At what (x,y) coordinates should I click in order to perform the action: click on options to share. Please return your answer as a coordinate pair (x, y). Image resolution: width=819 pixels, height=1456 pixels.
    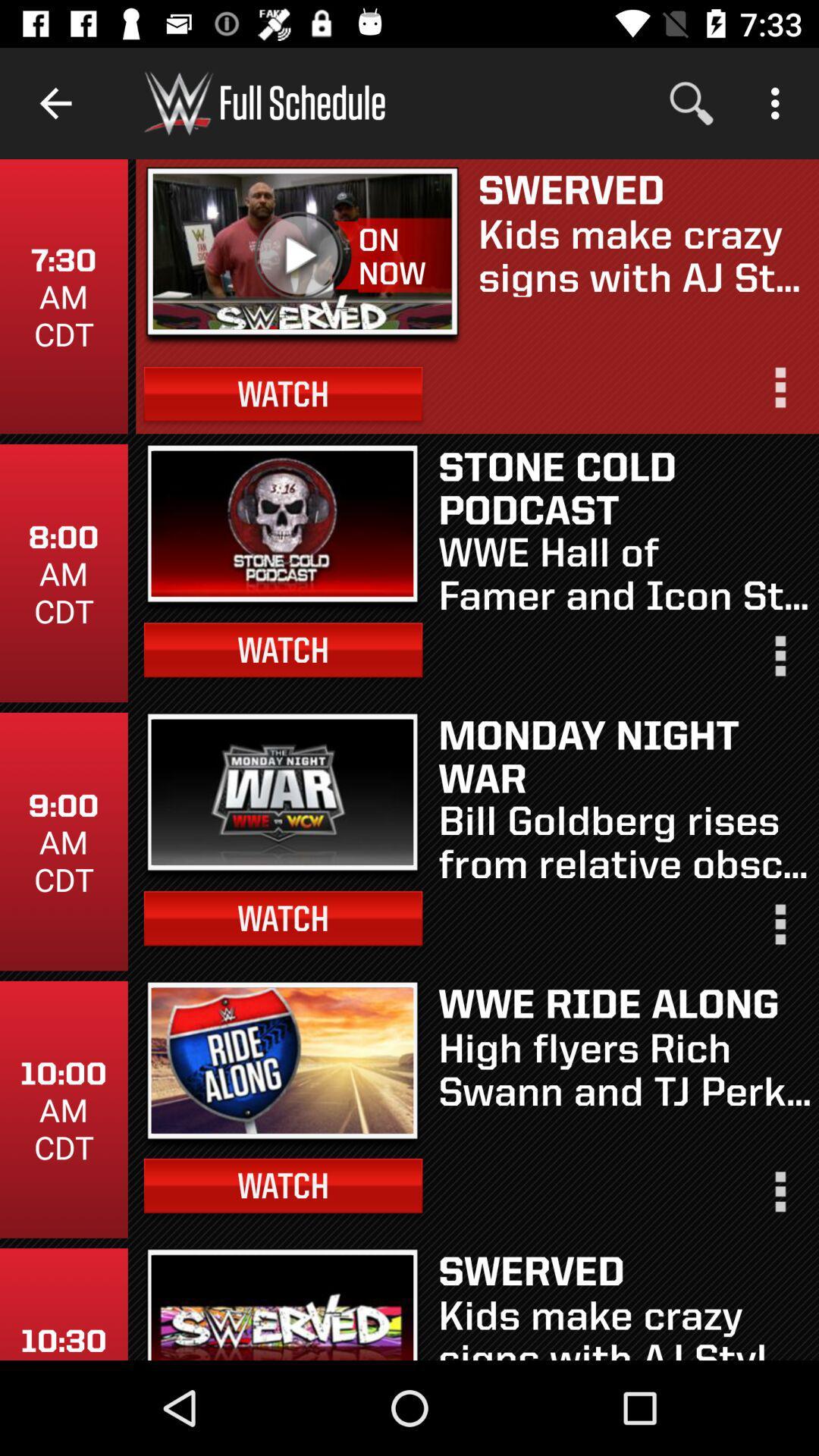
    Looking at the image, I should click on (779, 1197).